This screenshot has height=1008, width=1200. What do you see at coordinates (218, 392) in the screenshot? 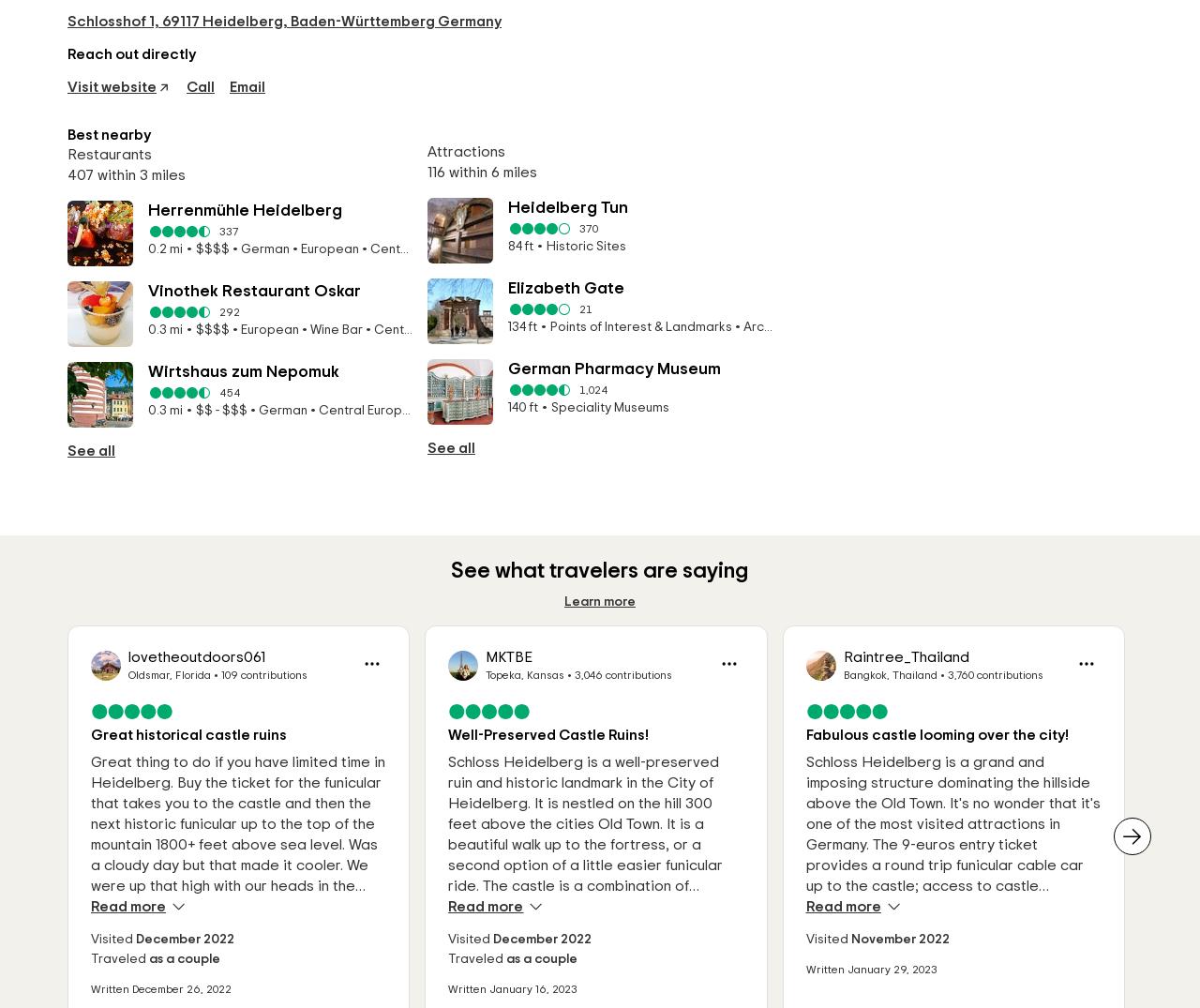
I see `'454'` at bounding box center [218, 392].